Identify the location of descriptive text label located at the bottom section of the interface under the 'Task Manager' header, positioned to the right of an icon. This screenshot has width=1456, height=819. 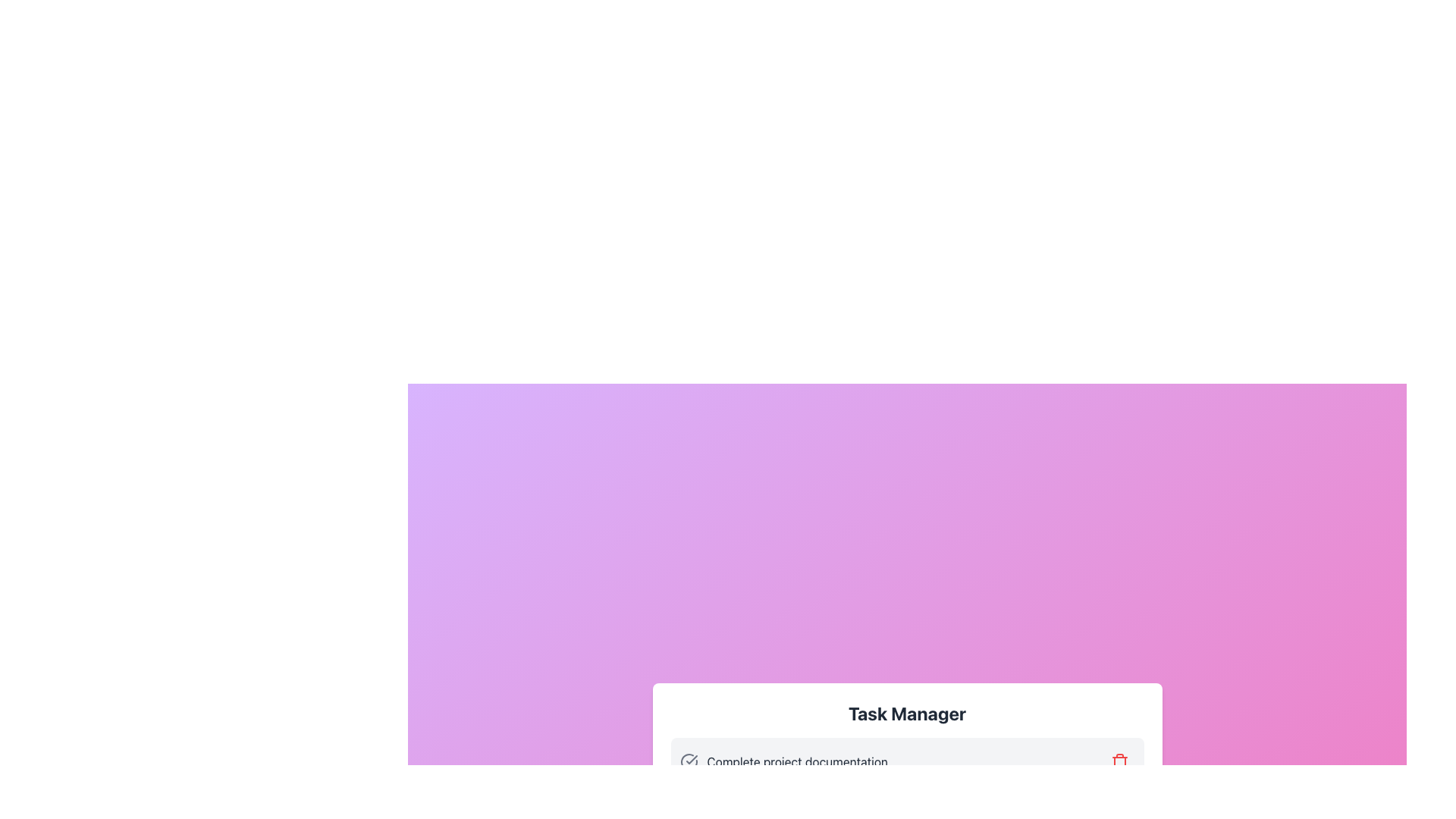
(796, 762).